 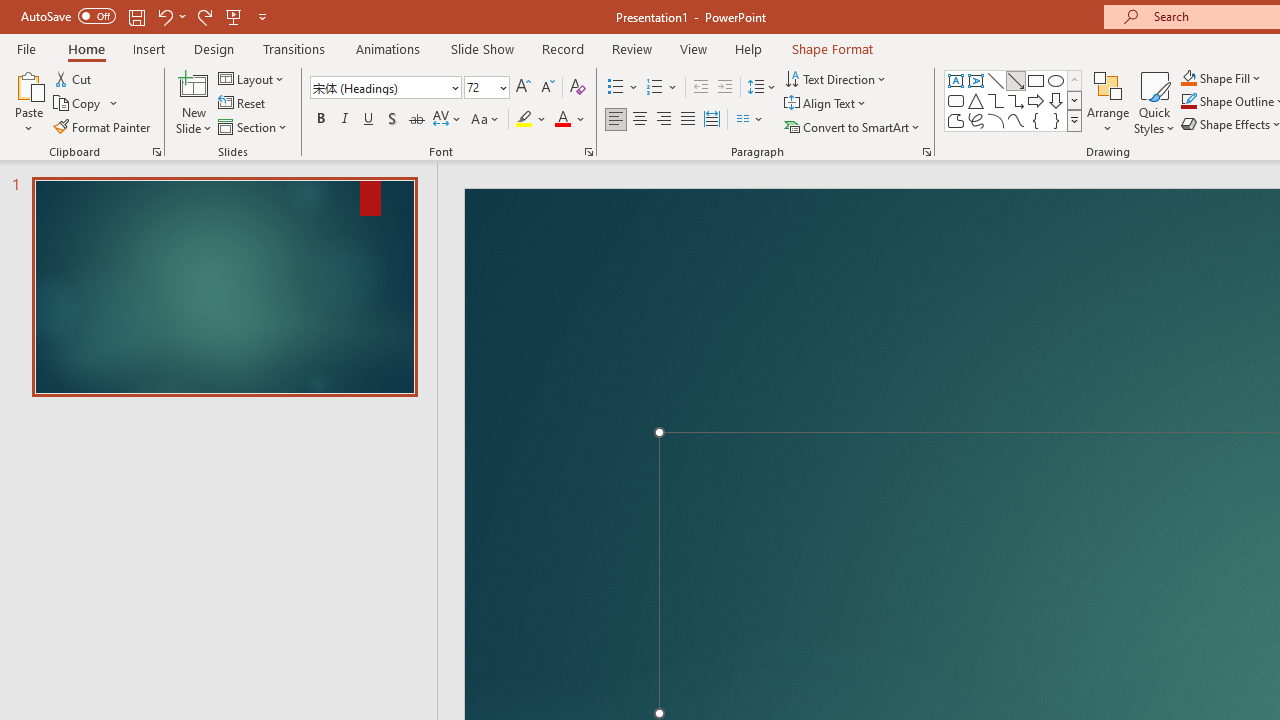 I want to click on 'Line Arrow', so click(x=1016, y=80).